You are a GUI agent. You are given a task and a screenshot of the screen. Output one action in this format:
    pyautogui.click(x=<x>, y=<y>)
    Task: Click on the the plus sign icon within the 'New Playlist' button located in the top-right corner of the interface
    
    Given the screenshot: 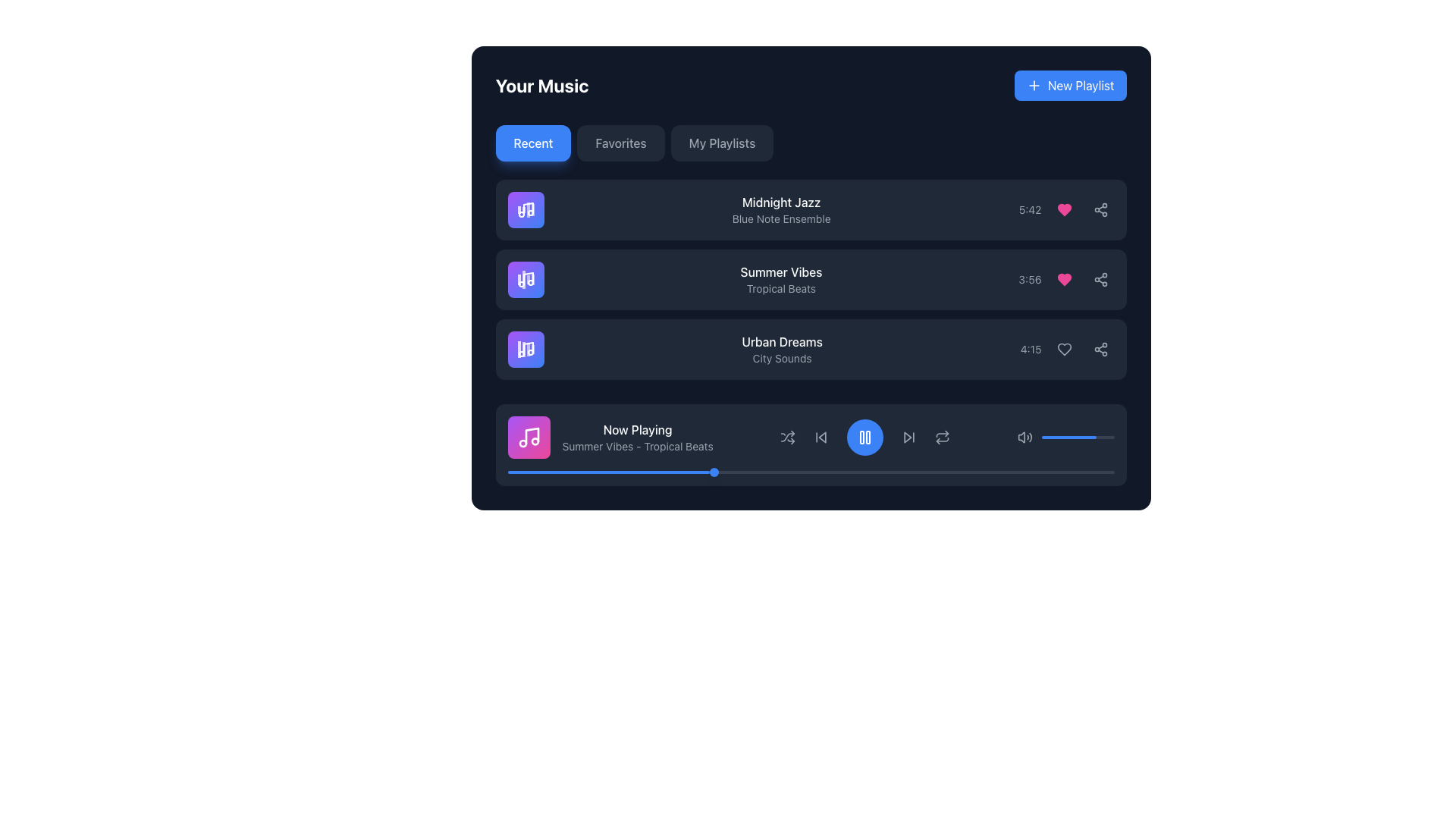 What is the action you would take?
    pyautogui.click(x=1033, y=85)
    